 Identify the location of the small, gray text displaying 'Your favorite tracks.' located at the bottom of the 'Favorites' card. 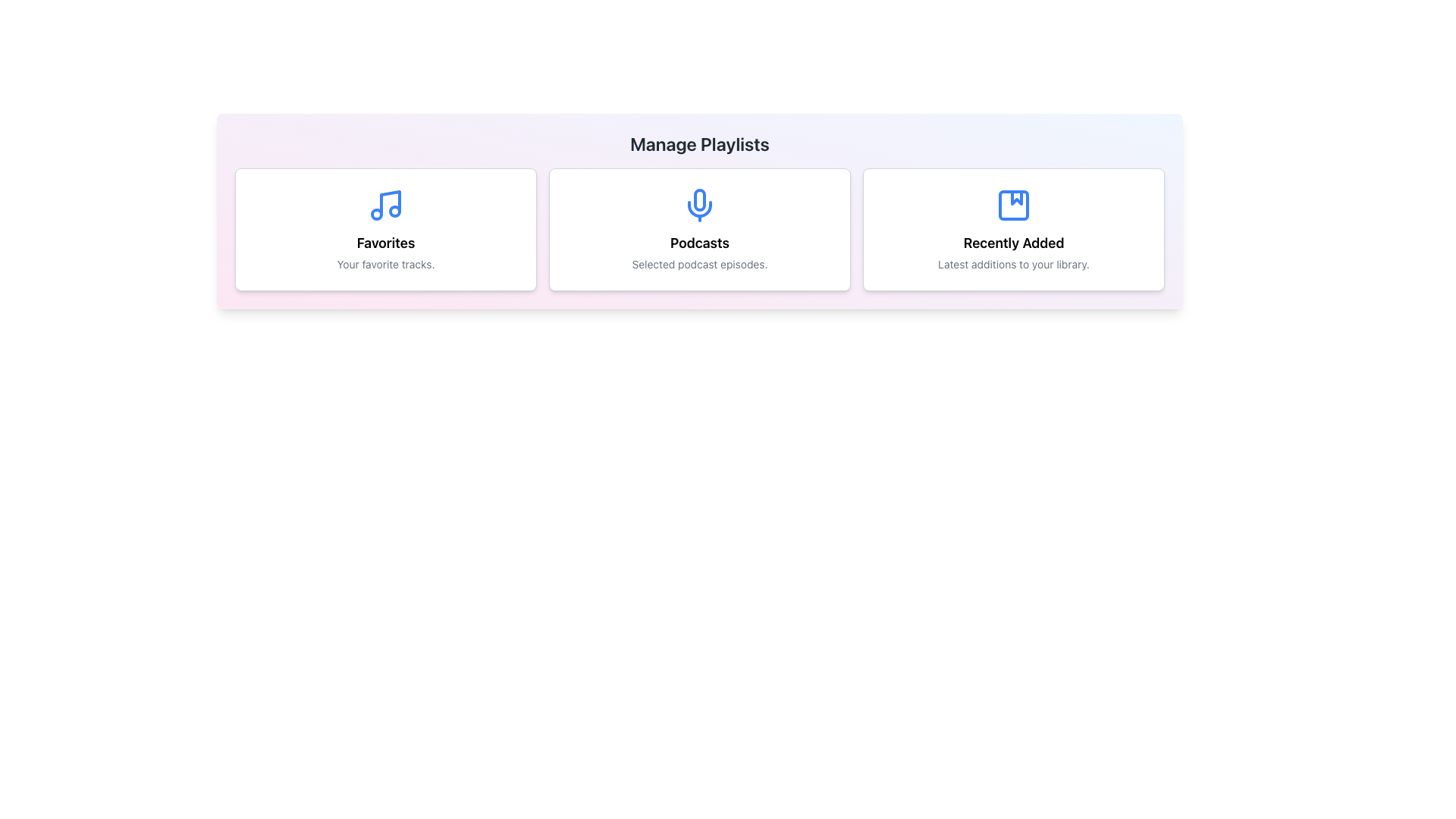
(385, 263).